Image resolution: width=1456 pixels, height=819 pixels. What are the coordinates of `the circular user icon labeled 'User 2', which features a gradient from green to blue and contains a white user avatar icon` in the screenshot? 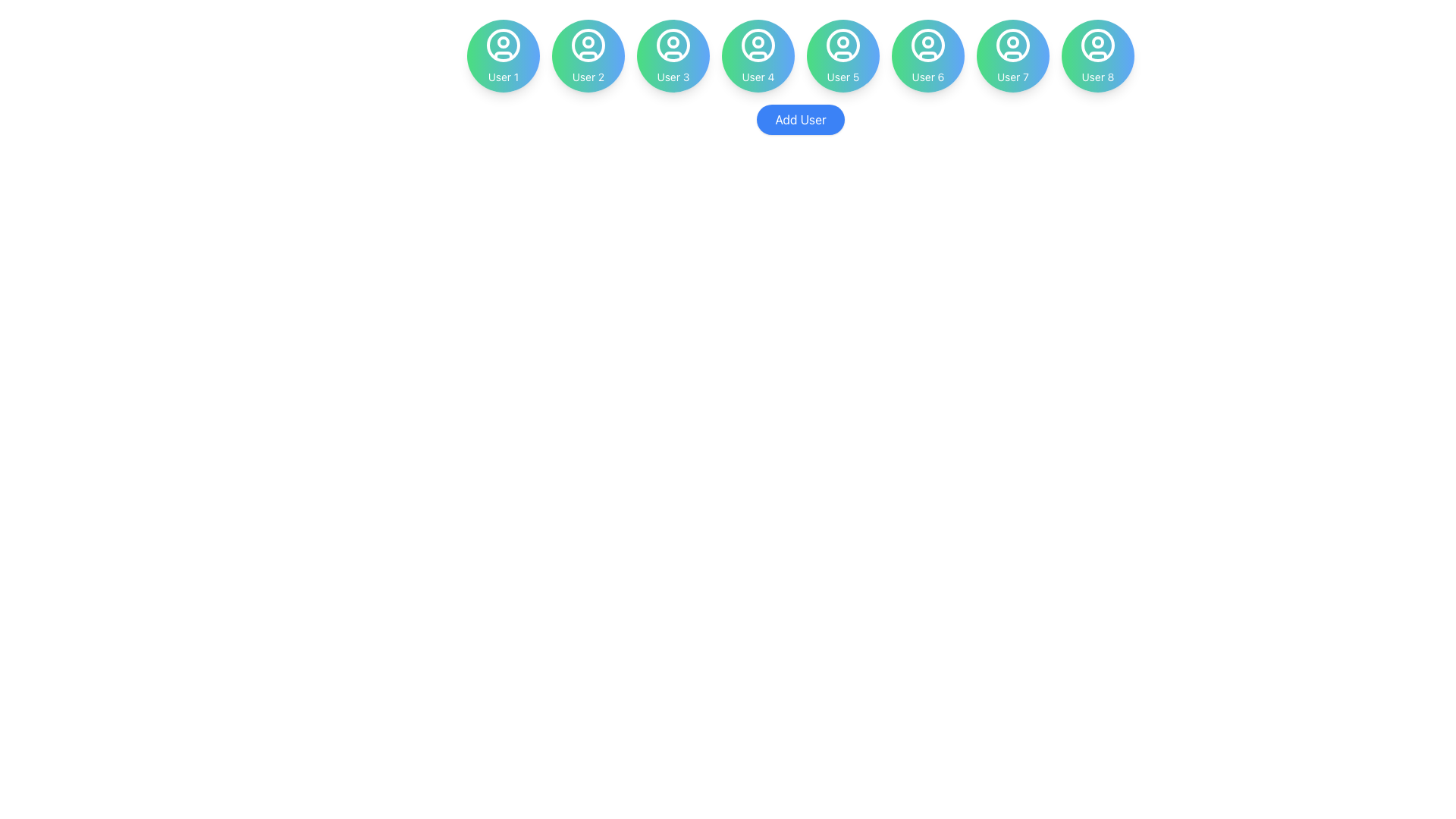 It's located at (588, 45).